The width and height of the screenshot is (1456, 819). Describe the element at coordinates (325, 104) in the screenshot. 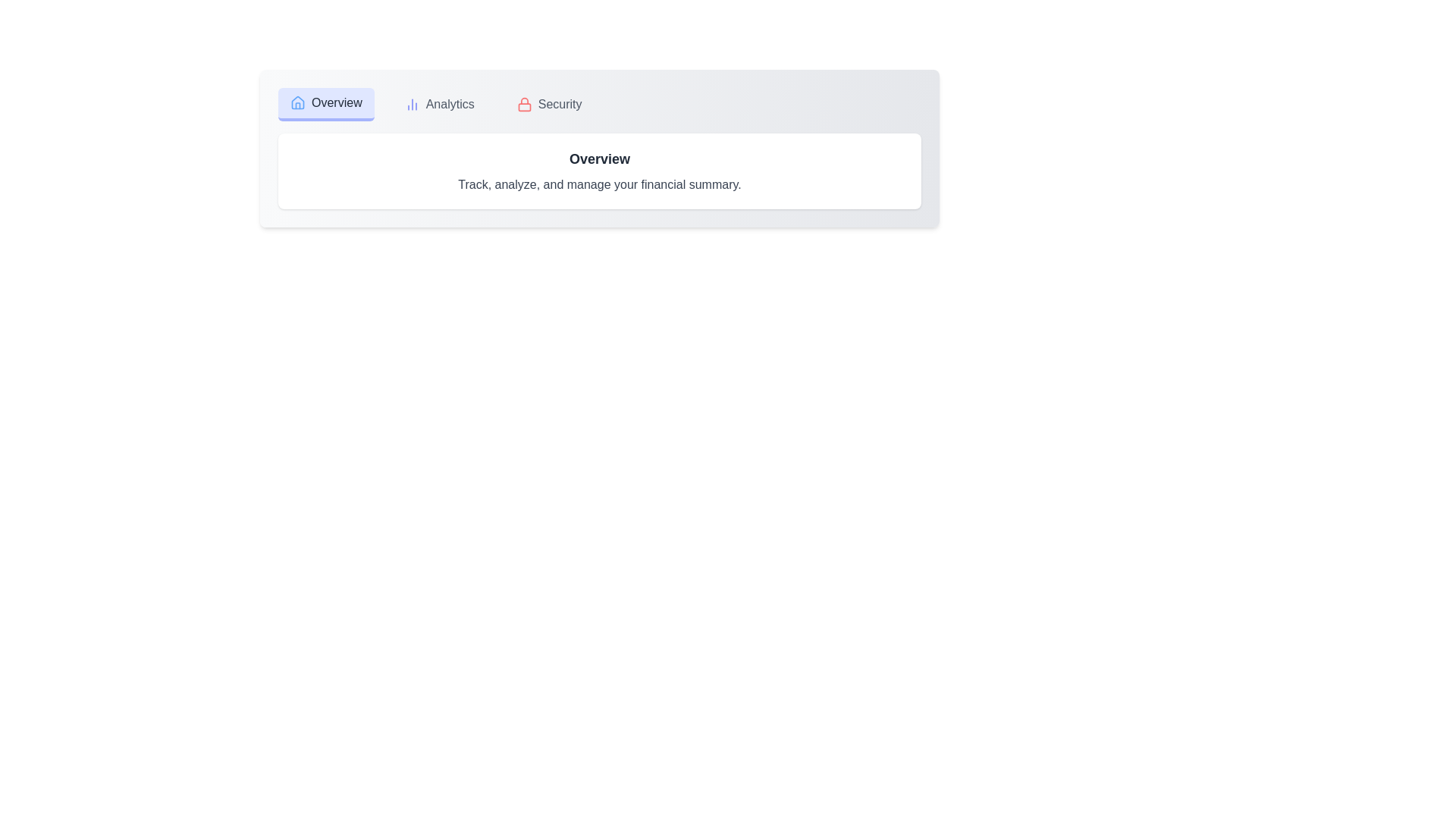

I see `the Overview tab` at that location.